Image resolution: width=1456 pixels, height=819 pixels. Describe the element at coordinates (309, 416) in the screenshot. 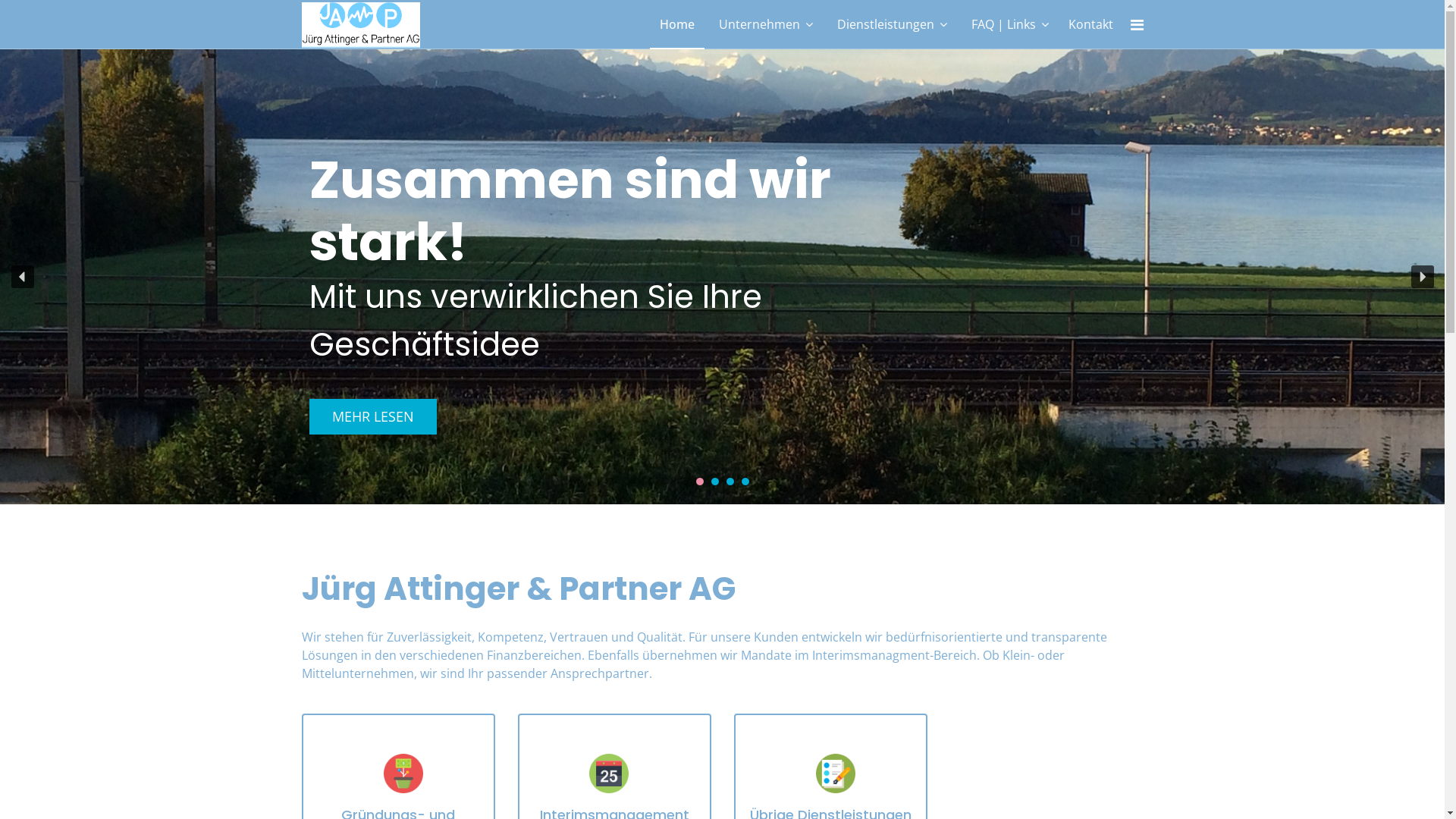

I see `'MEHR LESEN'` at that location.